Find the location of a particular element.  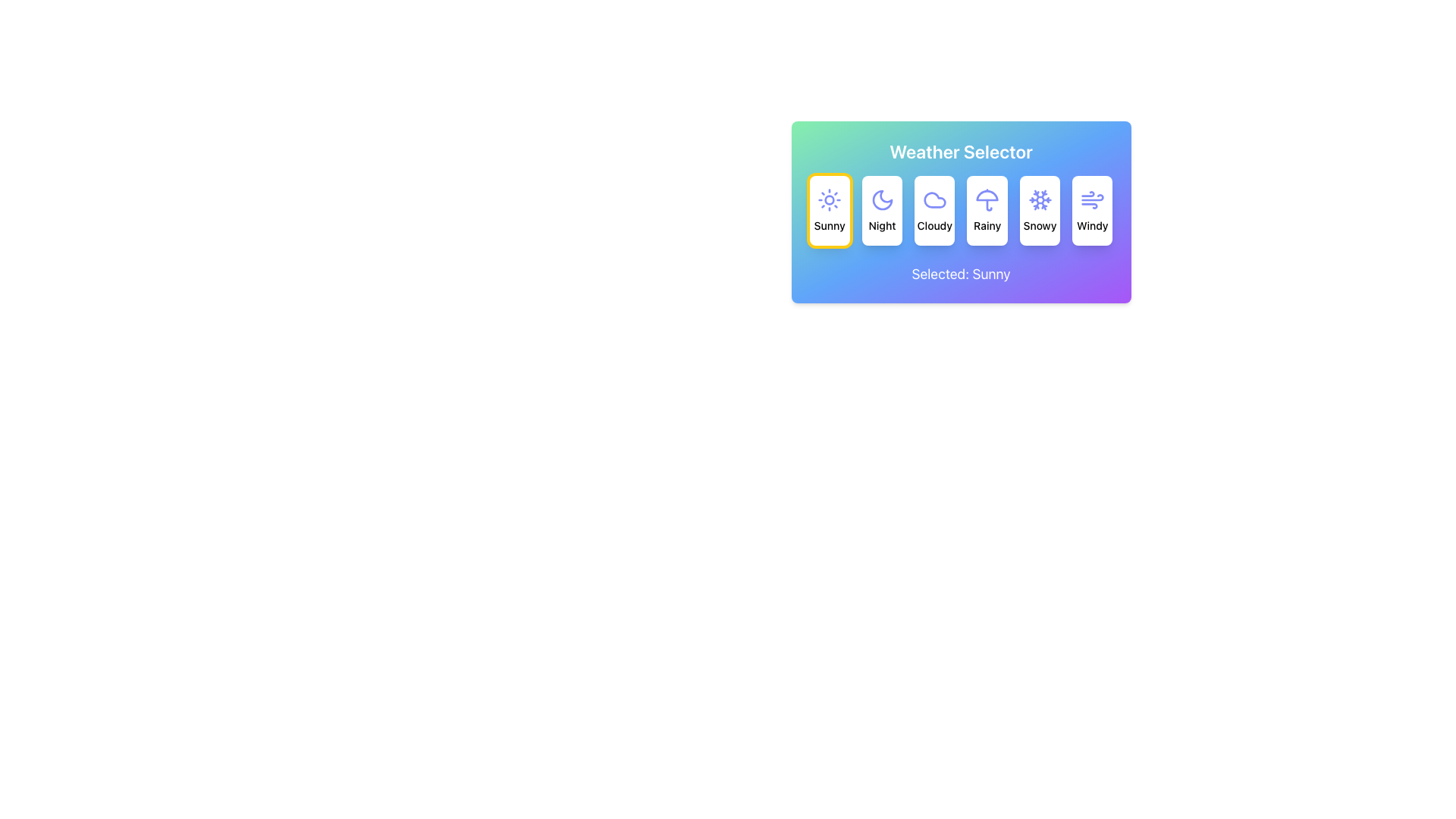

the 'Rainy' weather condition button in the 'Weather Selector' panel is located at coordinates (987, 210).